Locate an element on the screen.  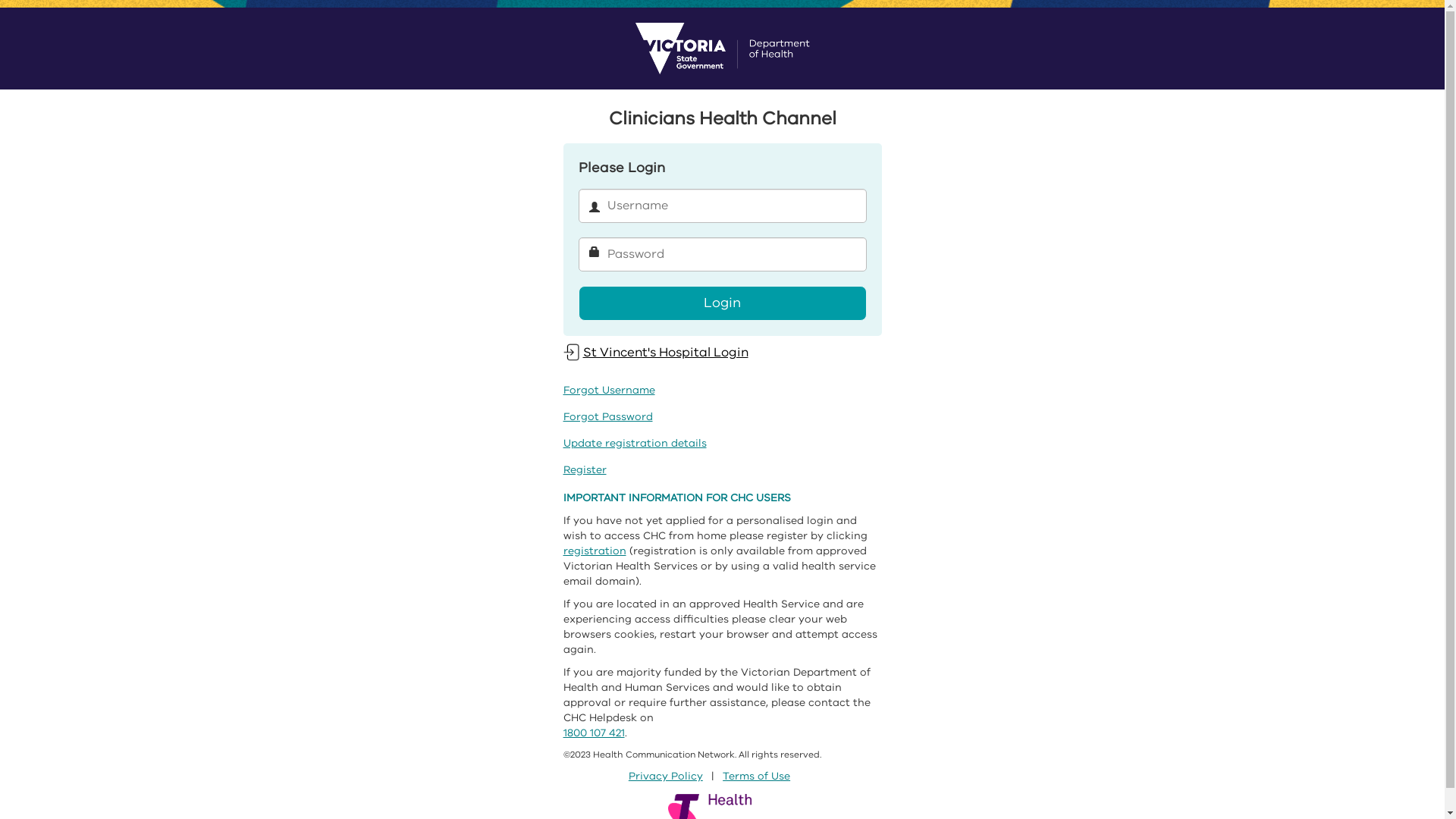
'1800 107 421' is located at coordinates (592, 732).